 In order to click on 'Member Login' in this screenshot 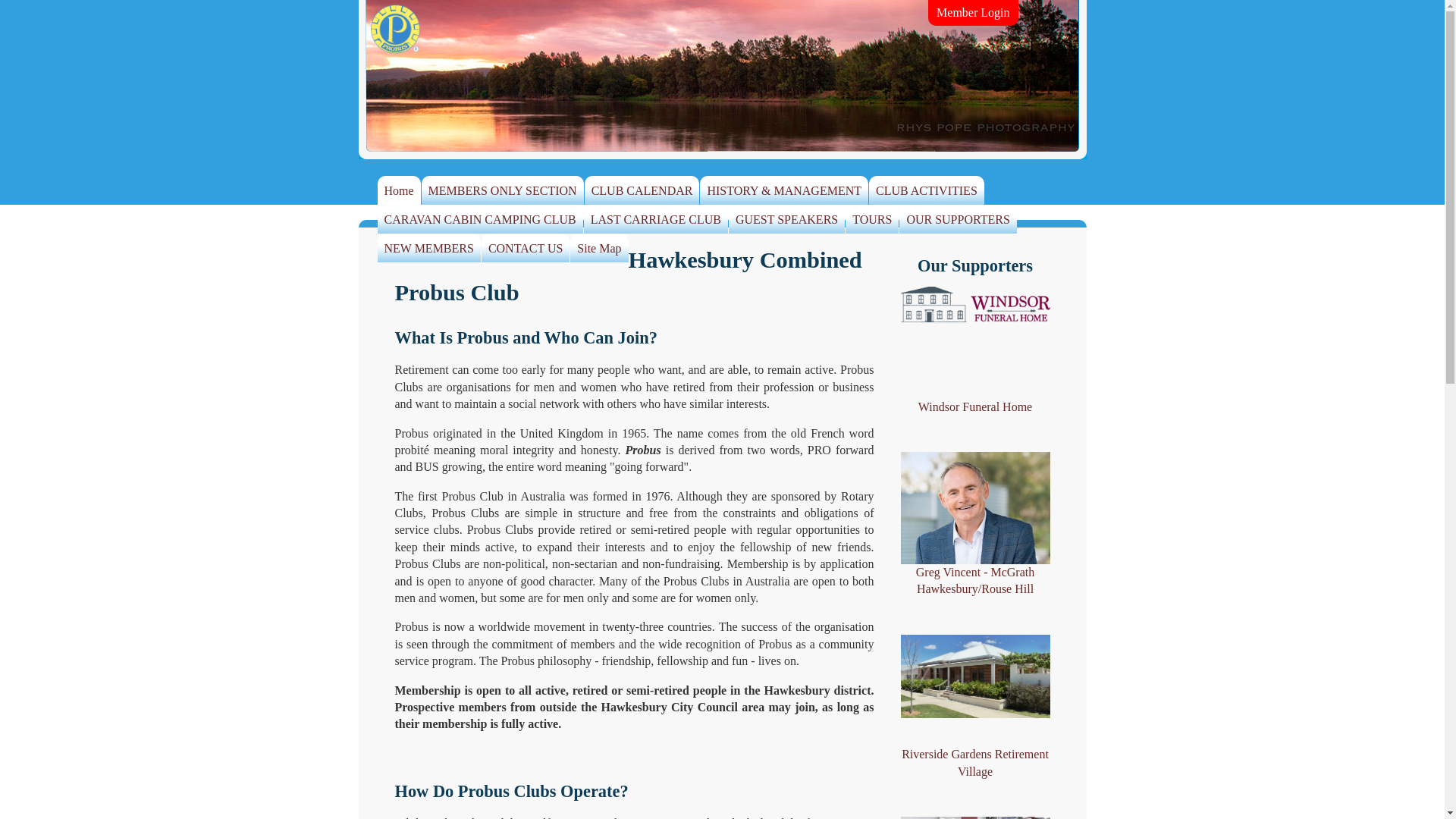, I will do `click(972, 12)`.